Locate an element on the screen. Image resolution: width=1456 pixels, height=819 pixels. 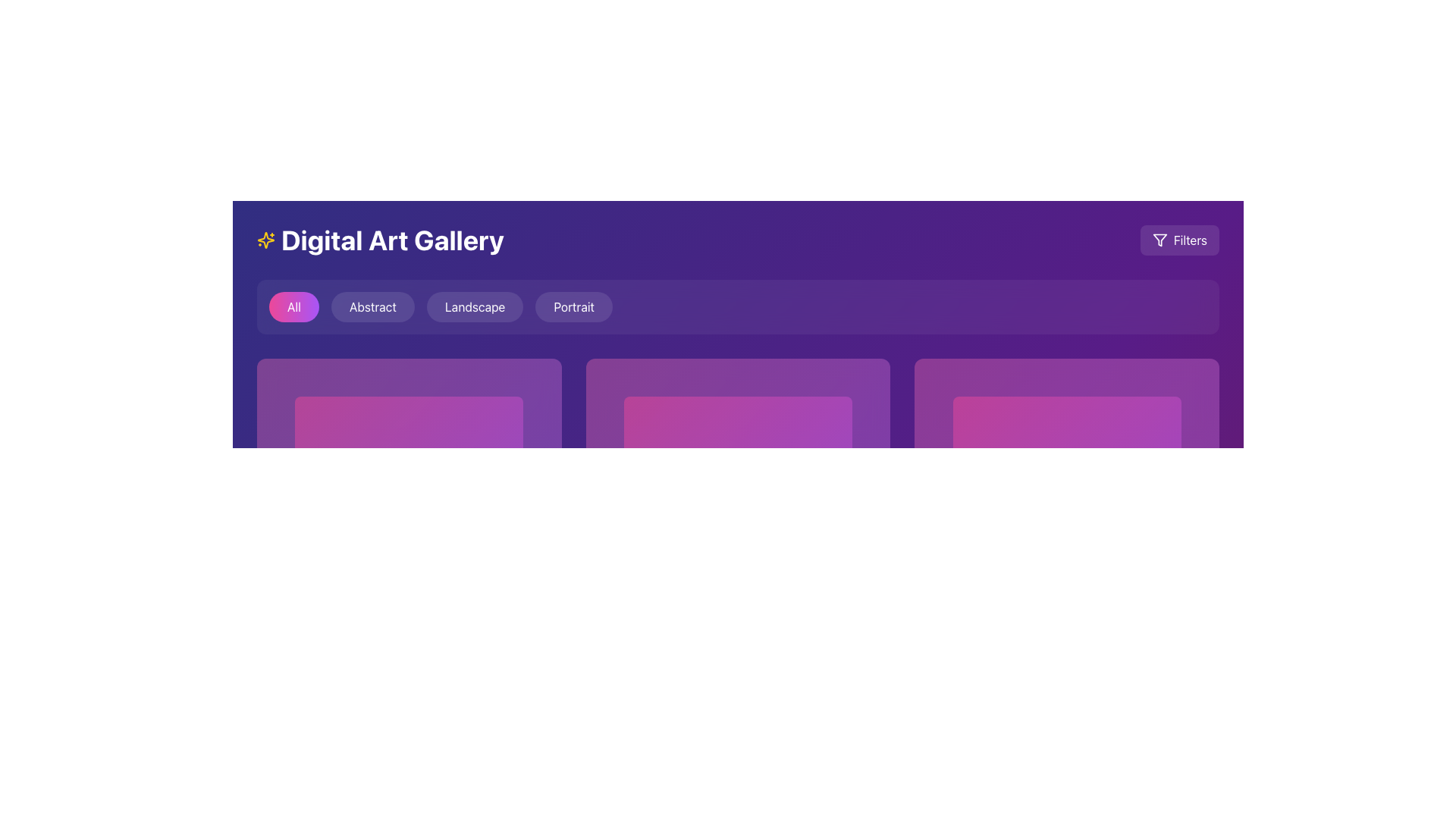
the decorative SVG graphic icon located at the top left area of the interface, adjacent to the title 'Digital Art Gallery' is located at coordinates (265, 239).